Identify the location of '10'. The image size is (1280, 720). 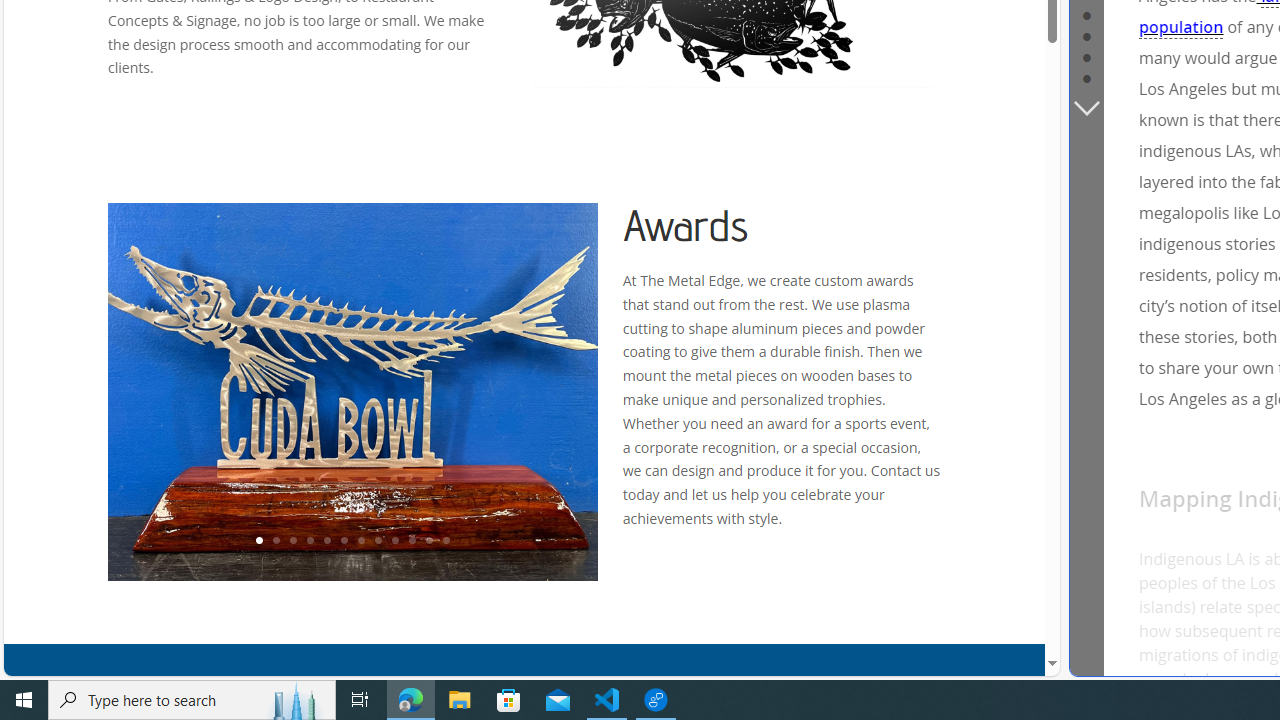
(411, 541).